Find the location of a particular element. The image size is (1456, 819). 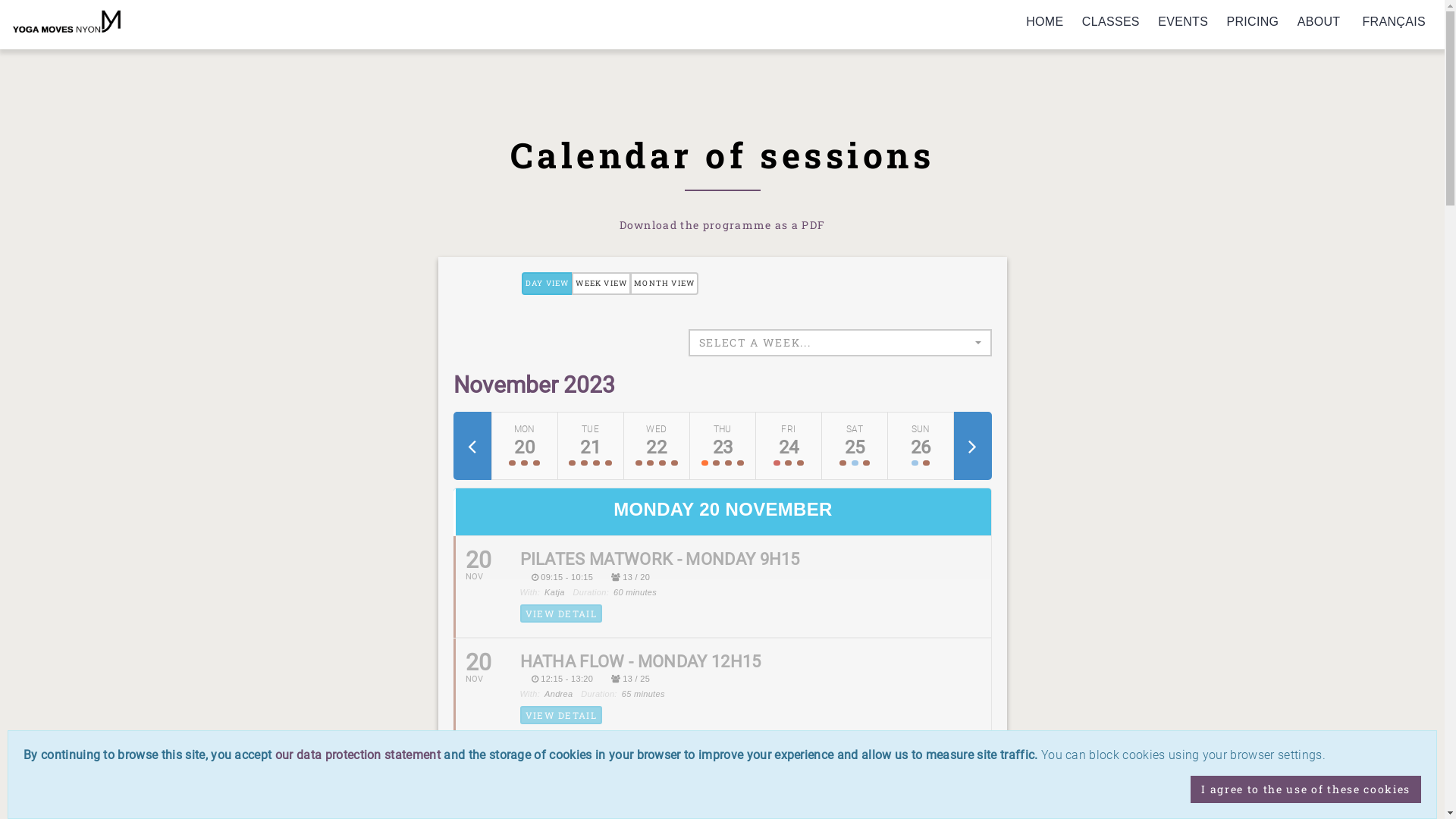

'EVENTS' is located at coordinates (1182, 22).